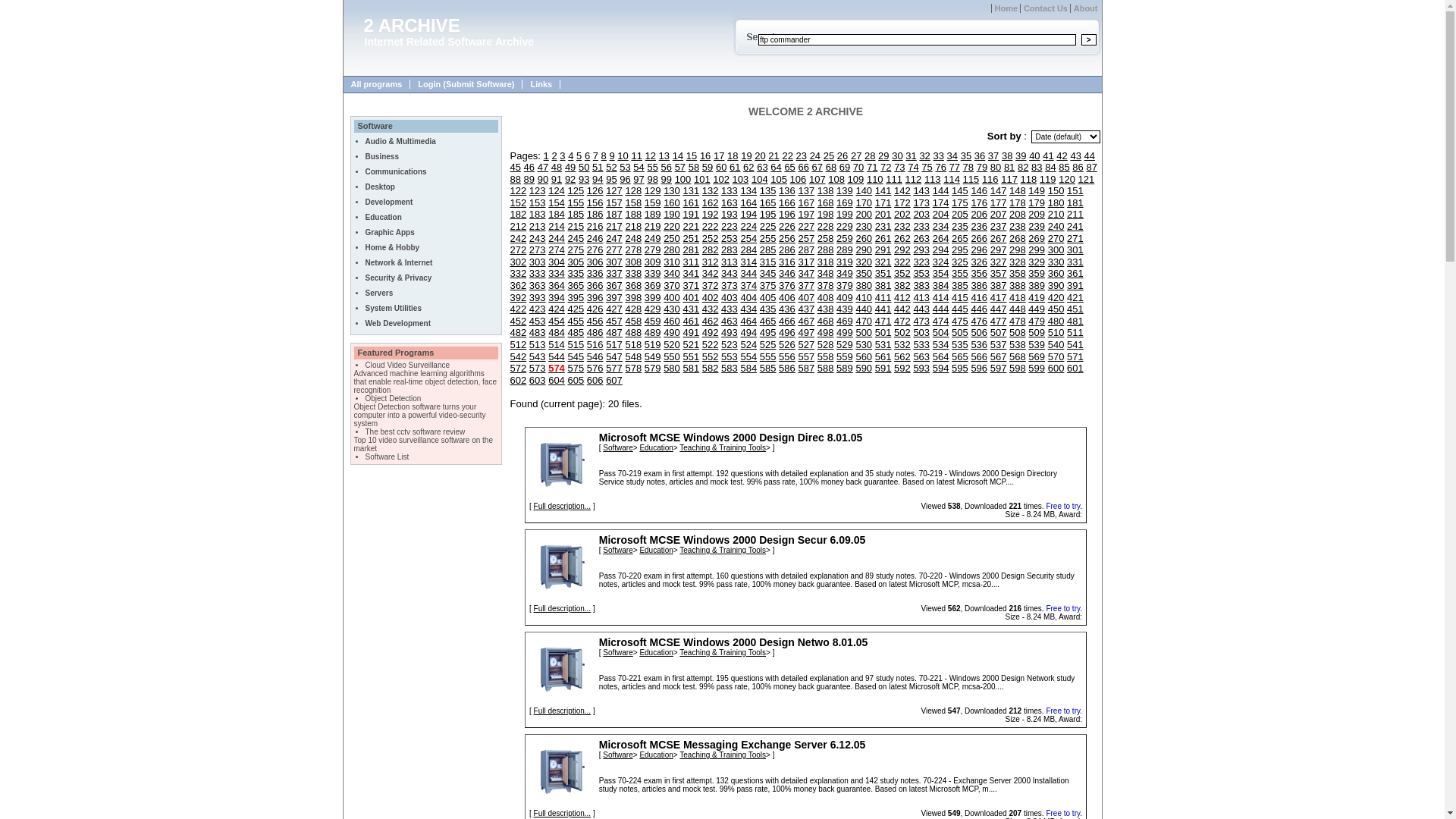  I want to click on '485', so click(574, 331).